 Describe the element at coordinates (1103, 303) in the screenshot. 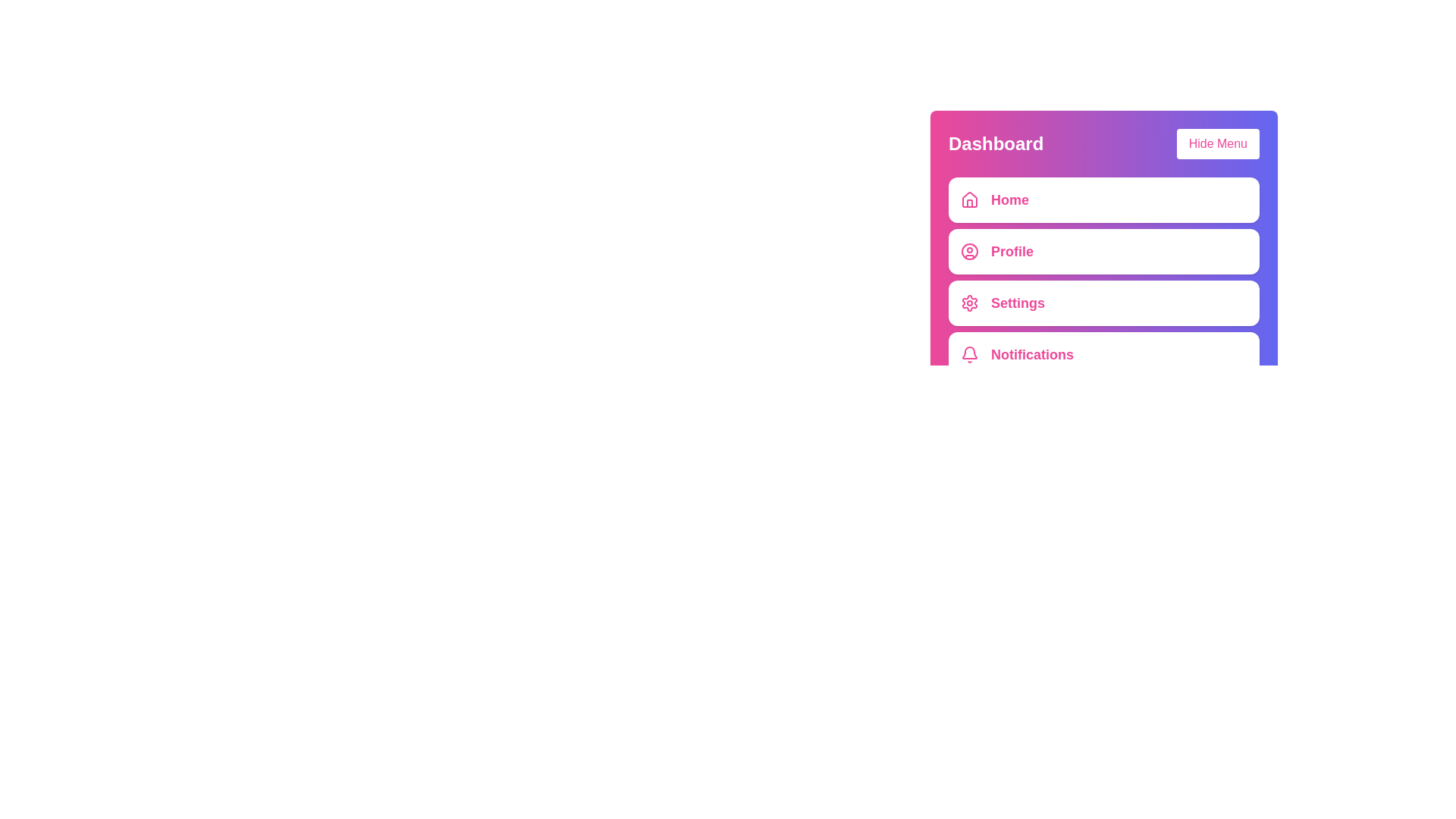

I see `the menu item labeled Settings to observe its hover effect` at that location.